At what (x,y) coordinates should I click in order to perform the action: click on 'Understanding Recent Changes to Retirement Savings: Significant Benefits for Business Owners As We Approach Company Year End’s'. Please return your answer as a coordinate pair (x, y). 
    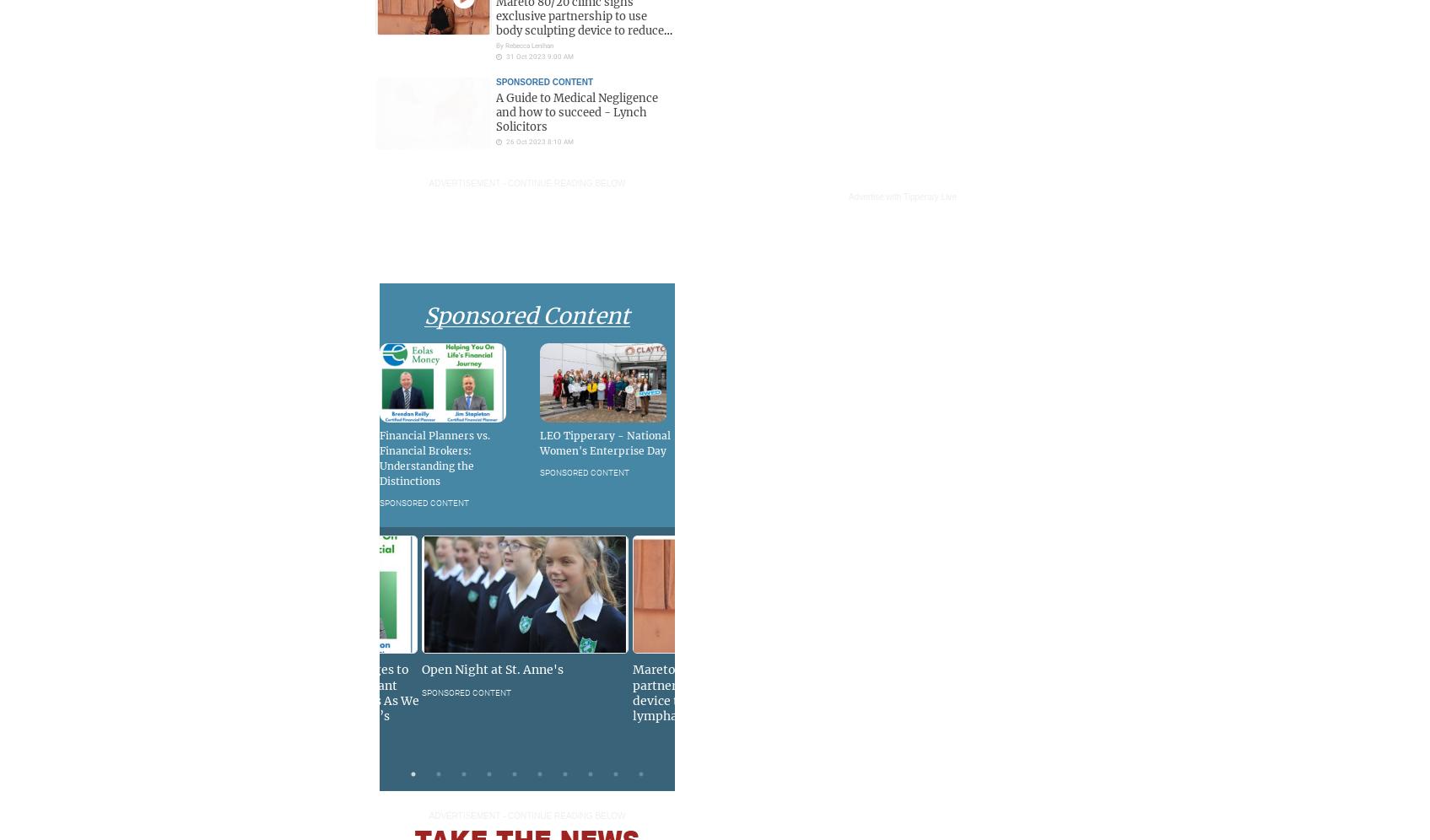
    Looking at the image, I should click on (310, 691).